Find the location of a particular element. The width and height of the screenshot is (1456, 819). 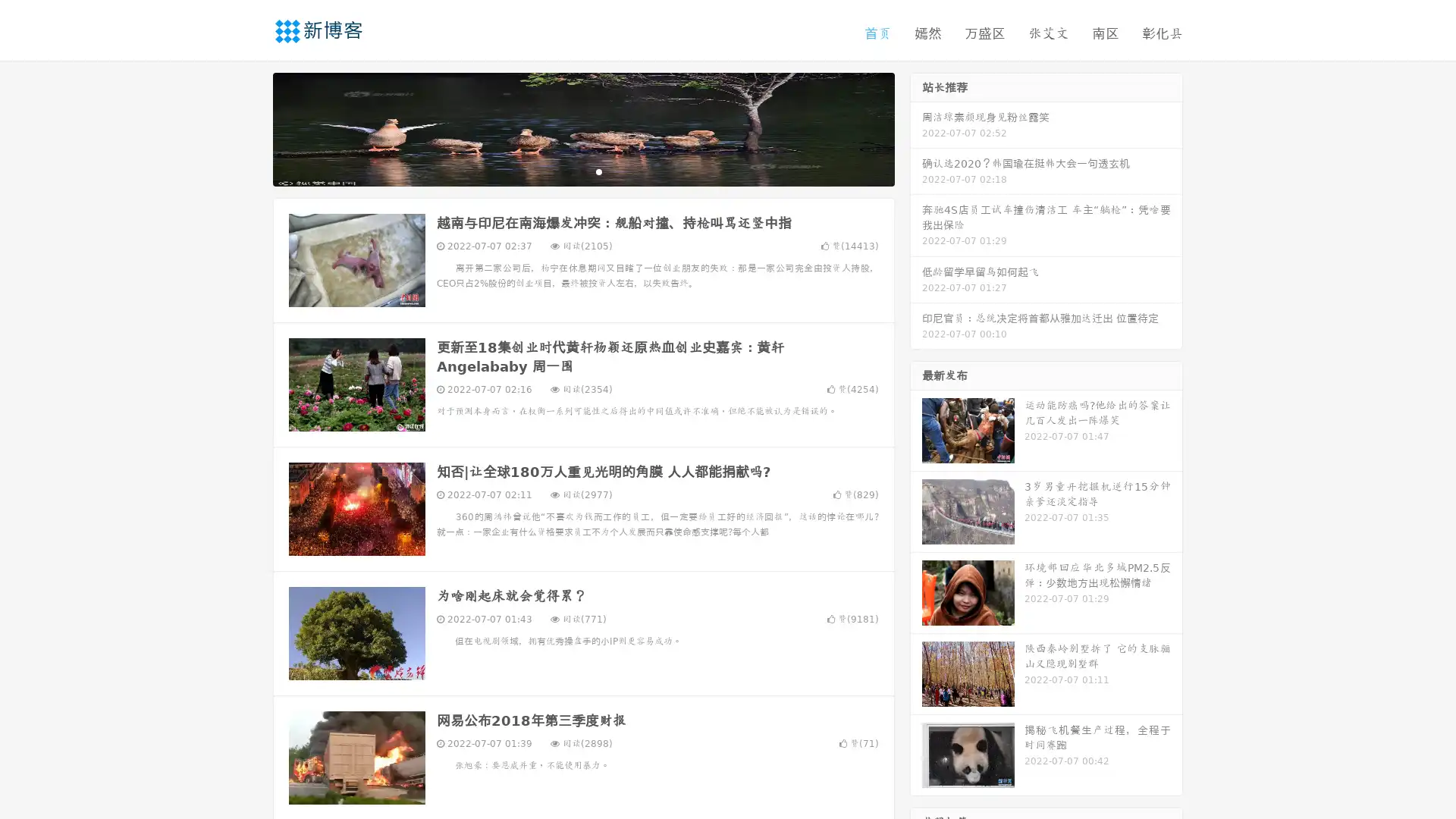

Go to slide 2 is located at coordinates (582, 171).